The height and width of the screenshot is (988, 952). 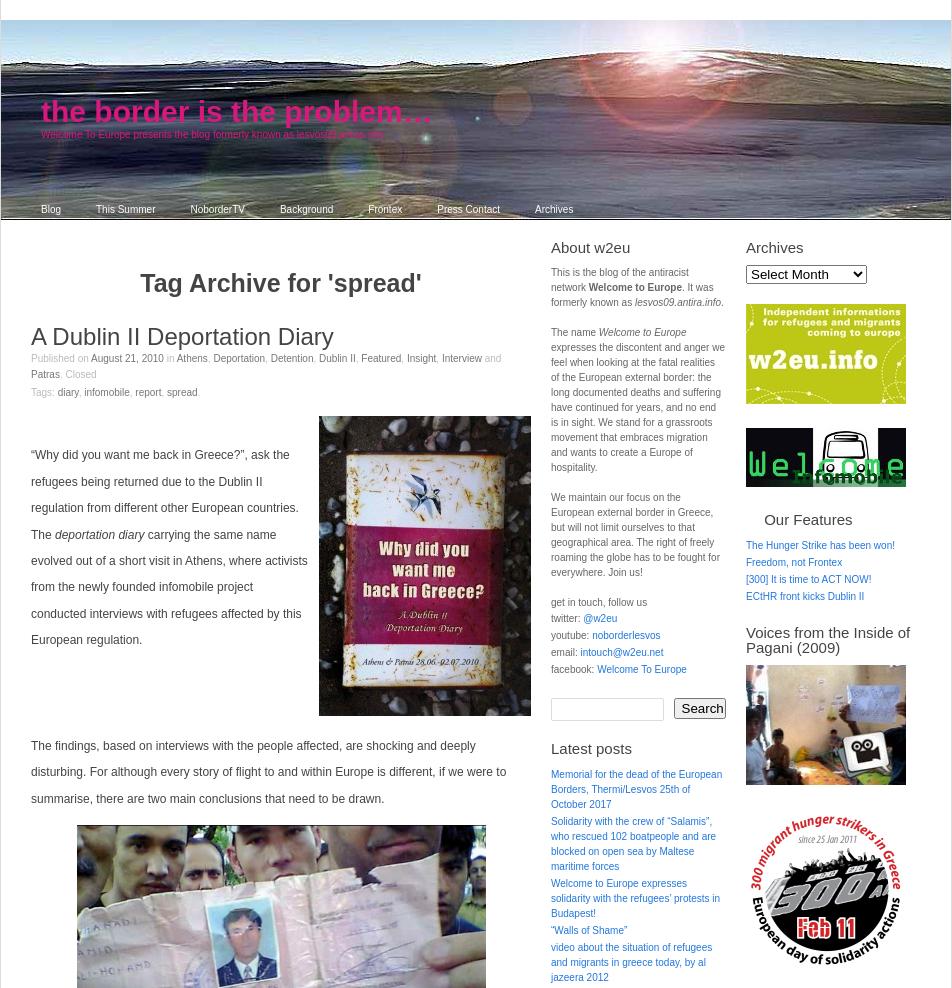 I want to click on 'Latest posts', so click(x=591, y=747).